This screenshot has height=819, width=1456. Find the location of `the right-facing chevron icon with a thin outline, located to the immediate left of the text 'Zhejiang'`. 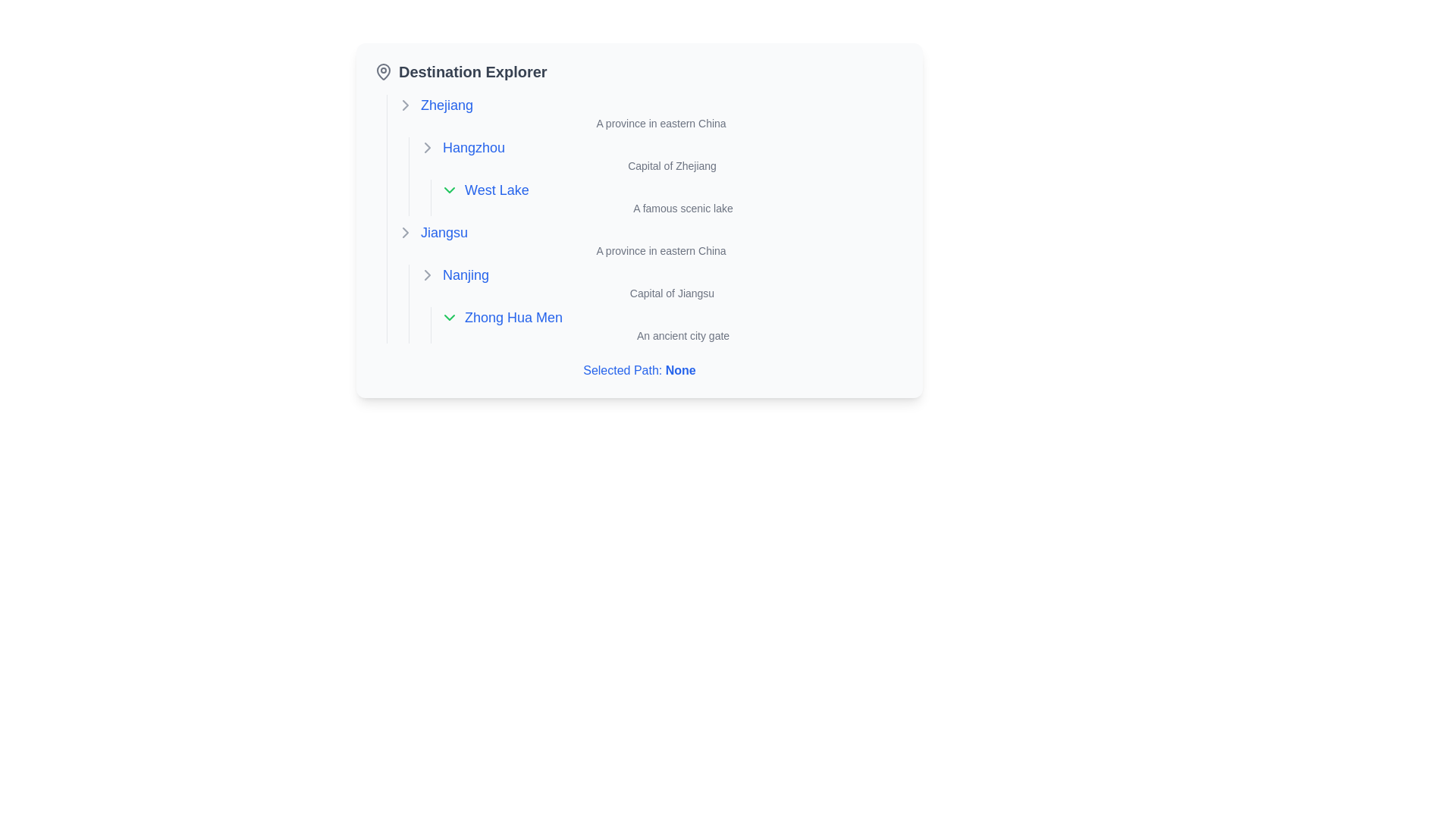

the right-facing chevron icon with a thin outline, located to the immediate left of the text 'Zhejiang' is located at coordinates (405, 104).